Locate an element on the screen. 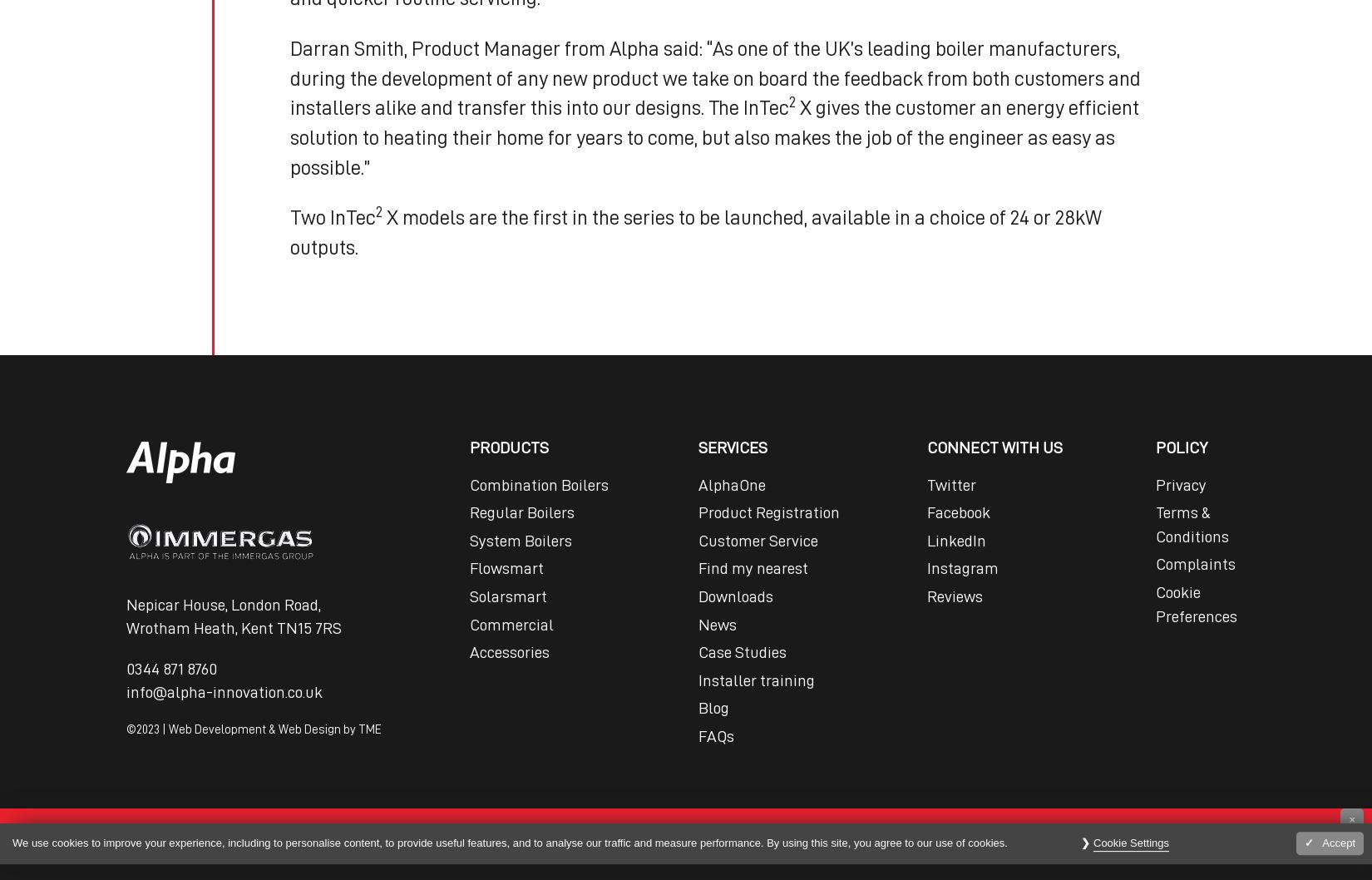  'Reviews' is located at coordinates (926, 596).